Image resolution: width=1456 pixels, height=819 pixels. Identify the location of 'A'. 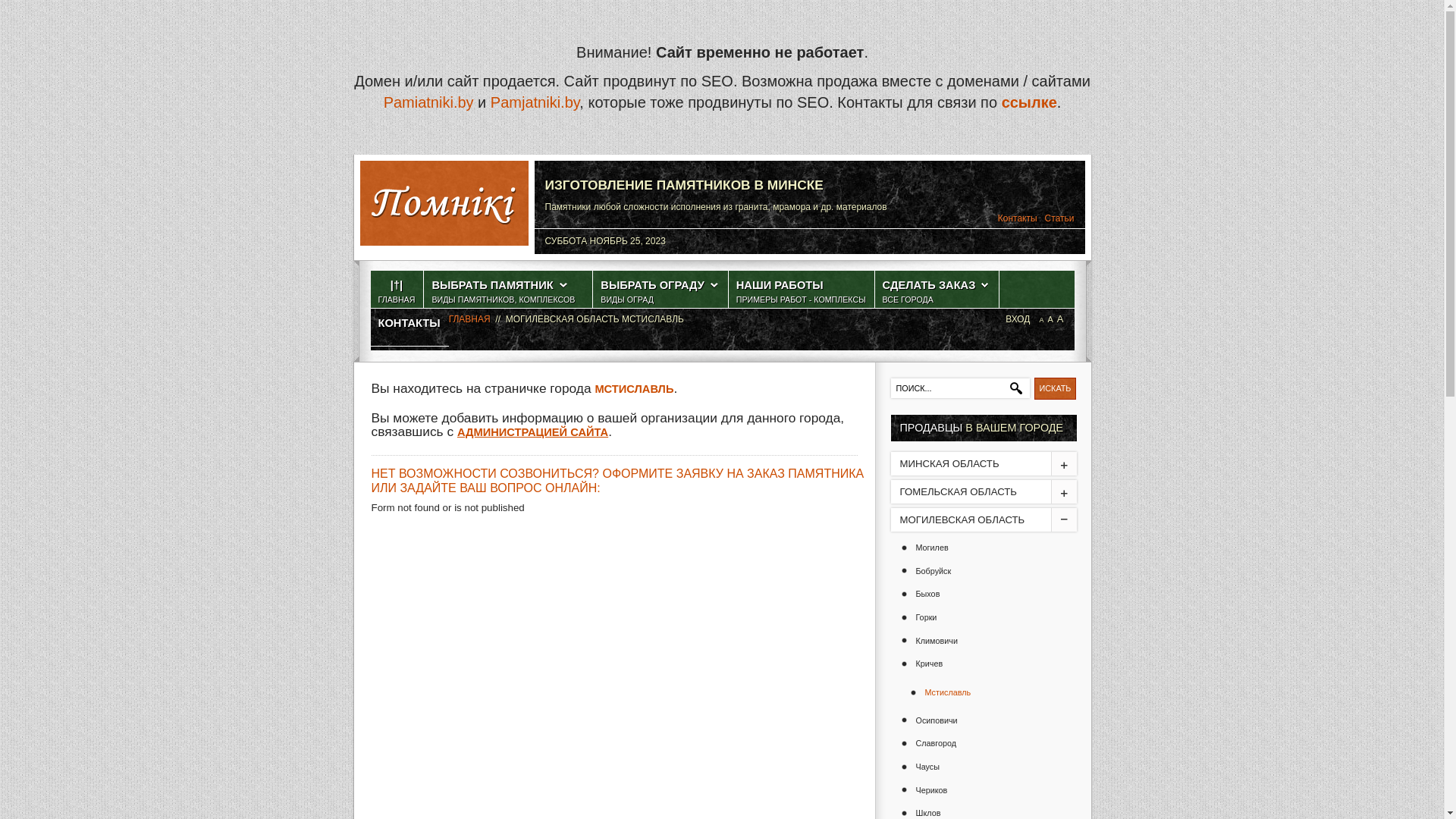
(1059, 318).